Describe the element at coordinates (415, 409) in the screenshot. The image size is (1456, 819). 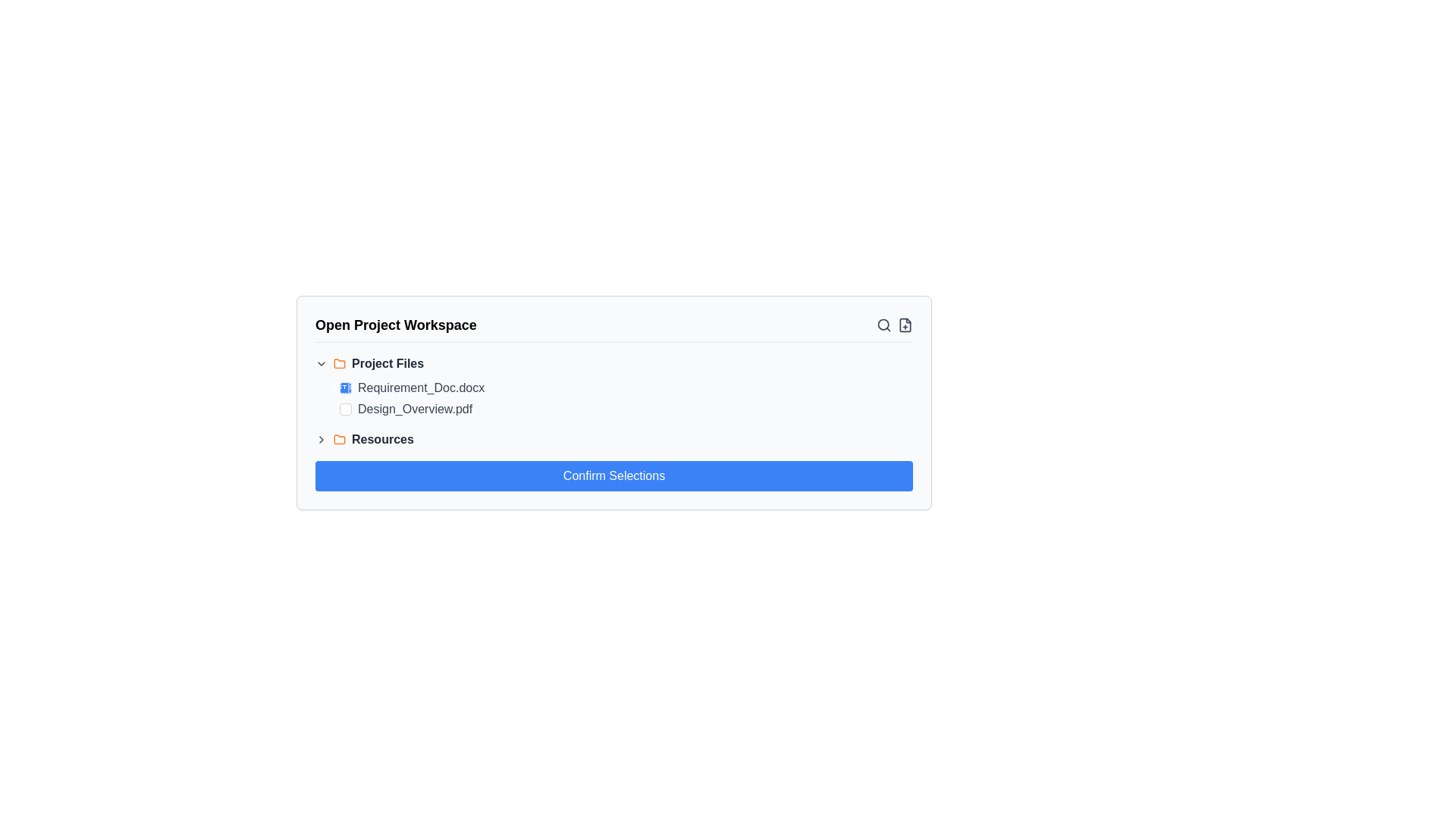
I see `the text label for the file named 'Design_Overview.pdf' located in the 'Project Files' section` at that location.